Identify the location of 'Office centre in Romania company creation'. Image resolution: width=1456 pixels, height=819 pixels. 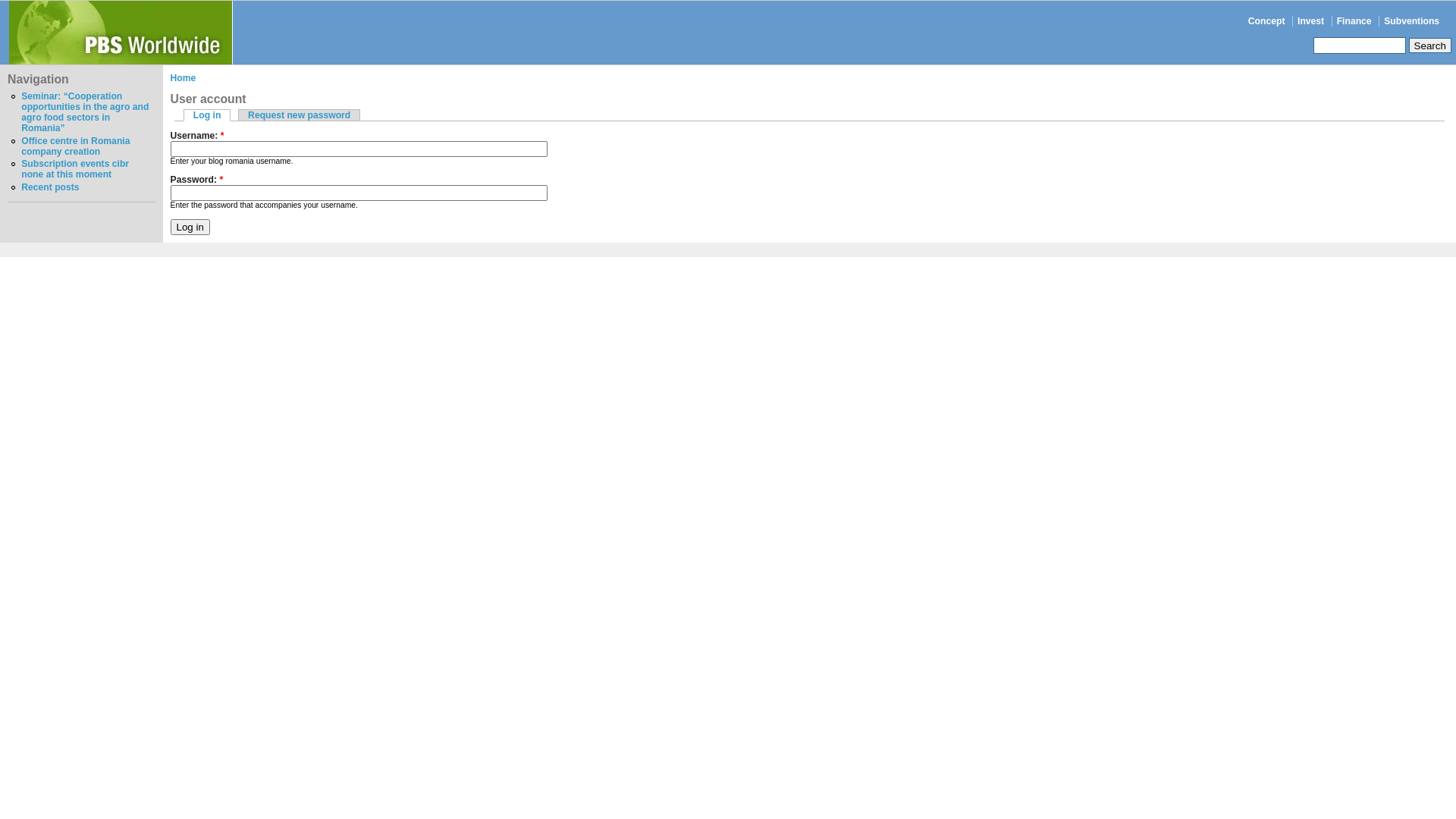
(74, 146).